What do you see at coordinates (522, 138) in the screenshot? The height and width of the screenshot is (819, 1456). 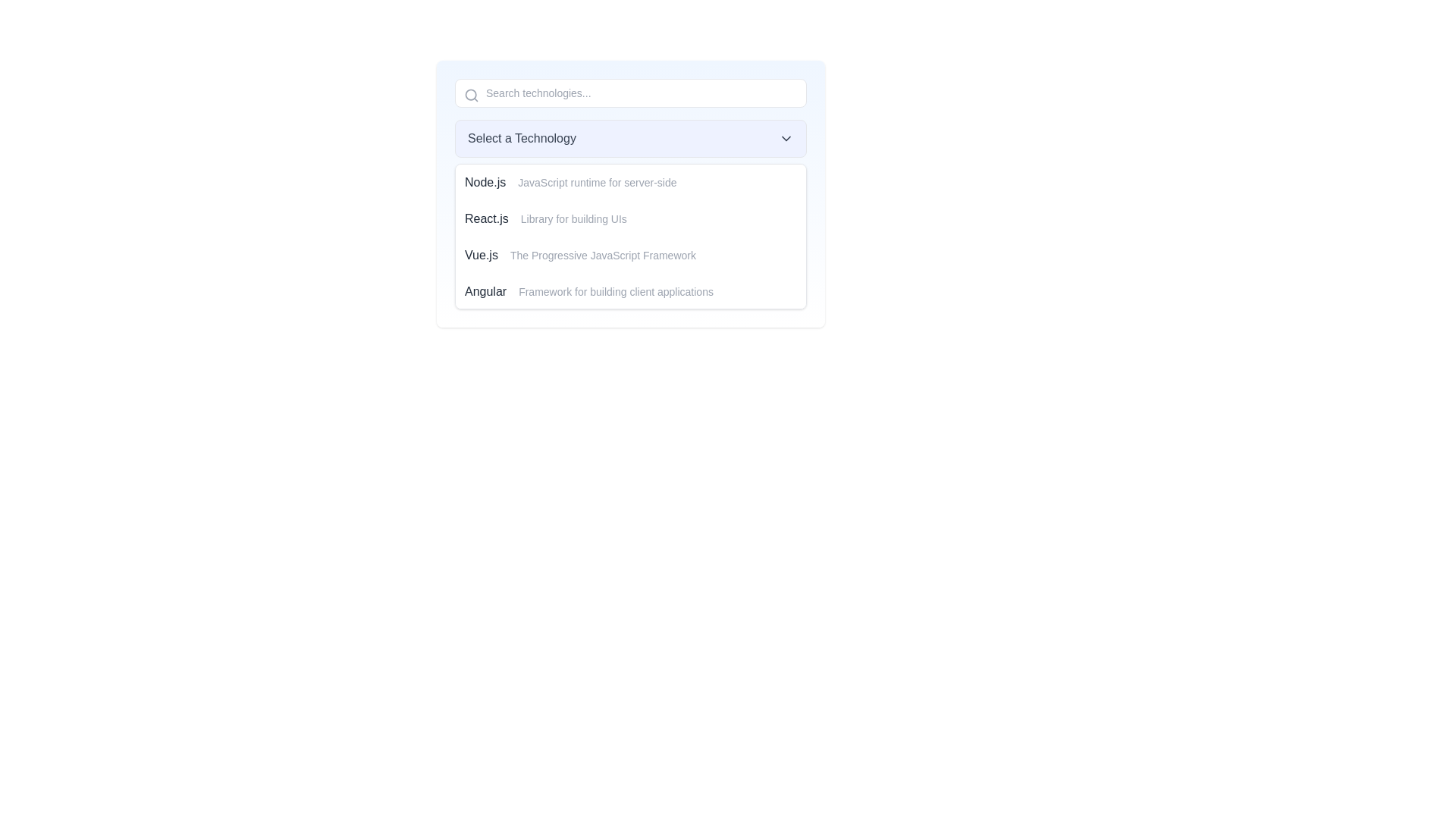 I see `the Text Label located at the left side of the bar just below the search box, which prompts the user for selecting a technology from the dropdown menu` at bounding box center [522, 138].